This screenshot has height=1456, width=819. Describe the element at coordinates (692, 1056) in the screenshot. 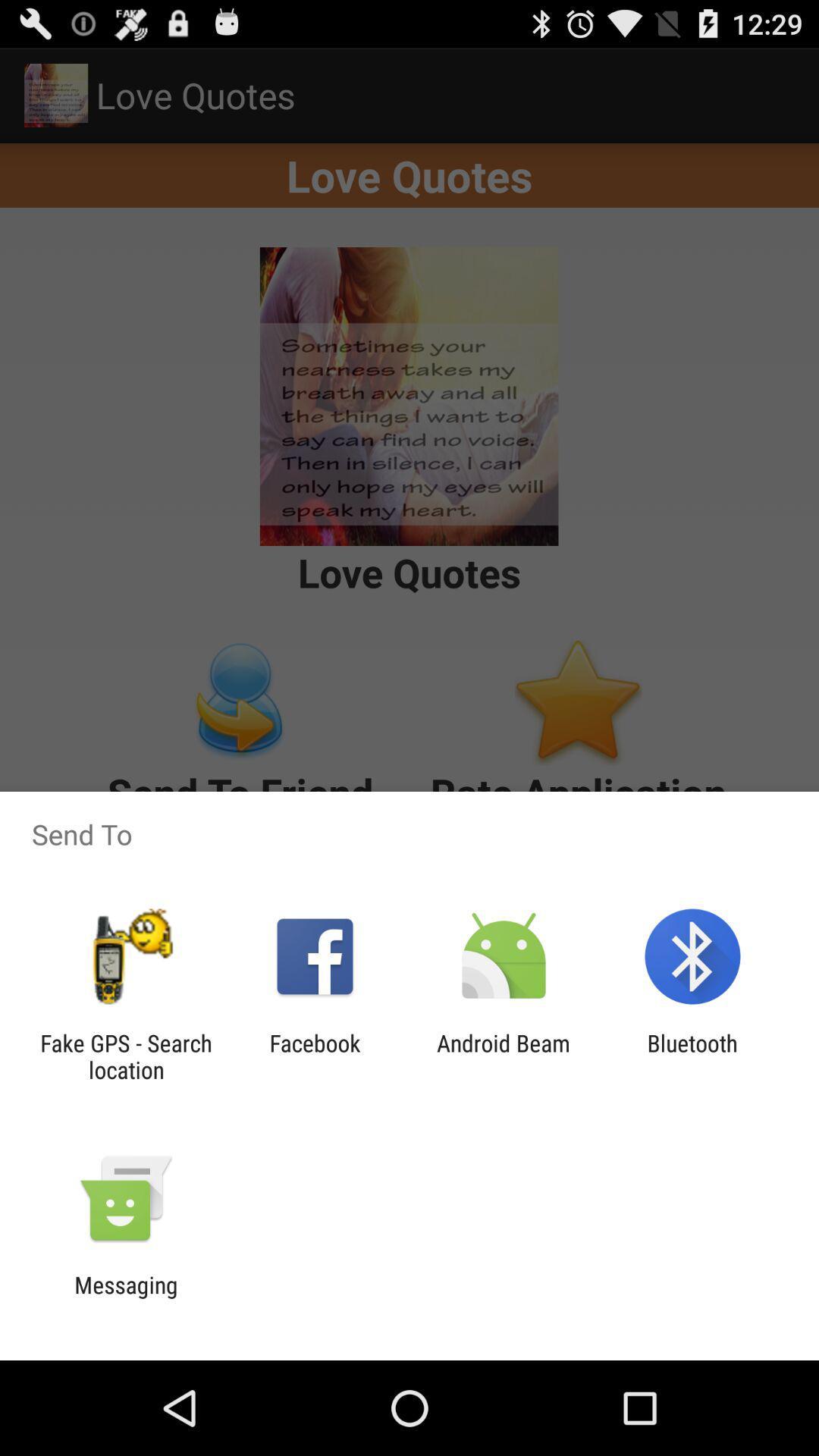

I see `app next to android beam item` at that location.